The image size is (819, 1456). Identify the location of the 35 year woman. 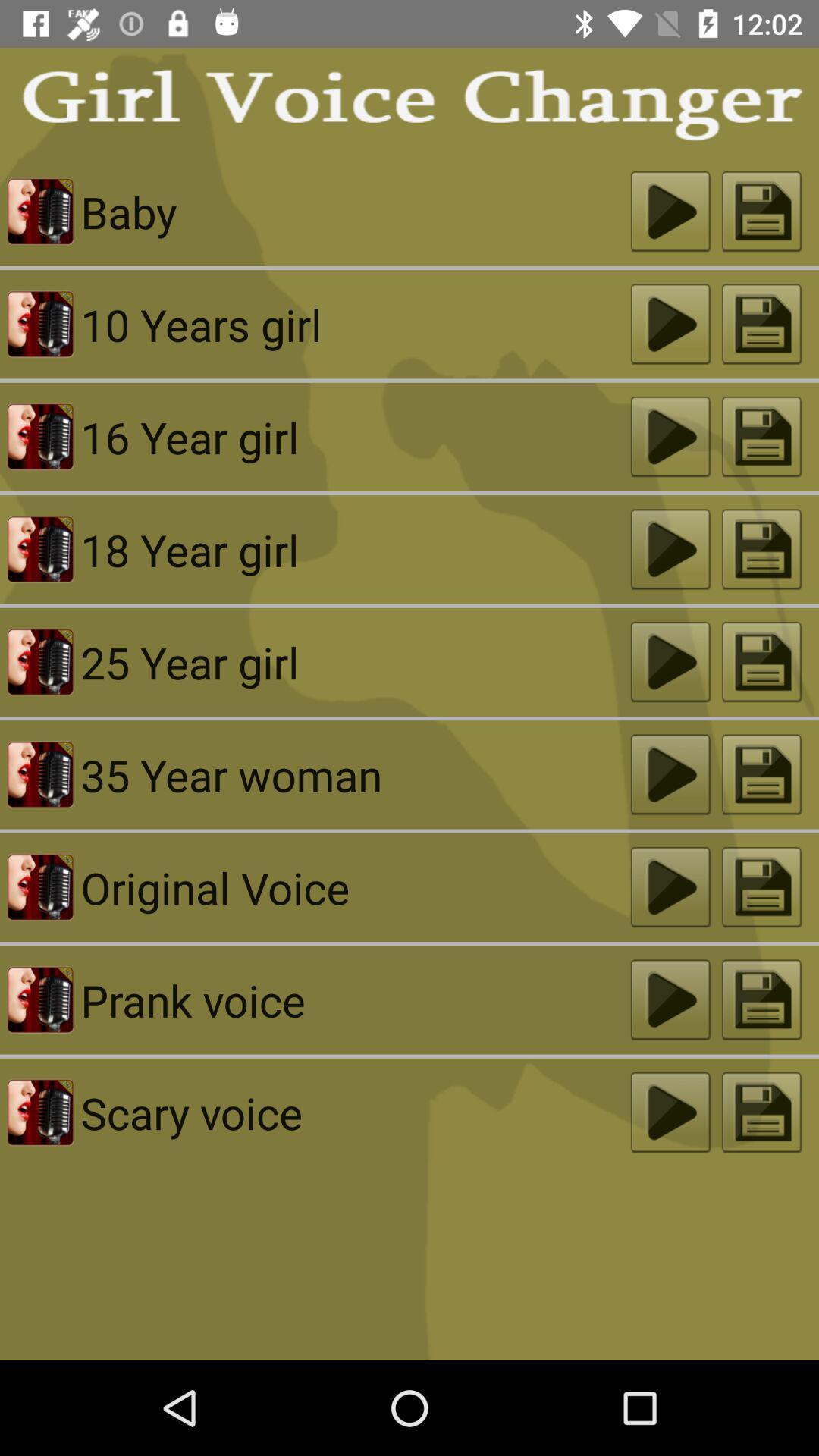
(356, 774).